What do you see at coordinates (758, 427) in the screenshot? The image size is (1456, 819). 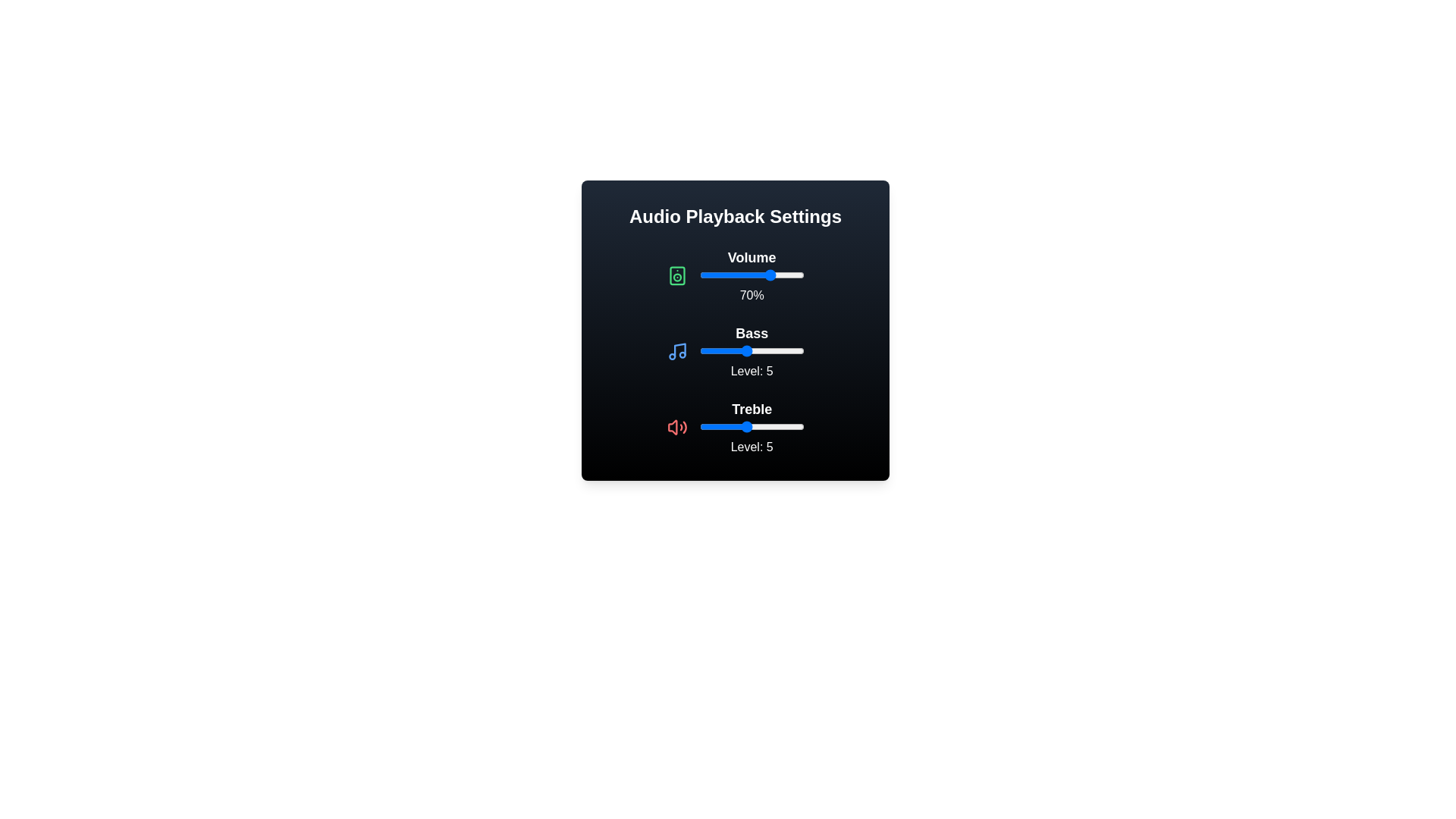 I see `treble level` at bounding box center [758, 427].